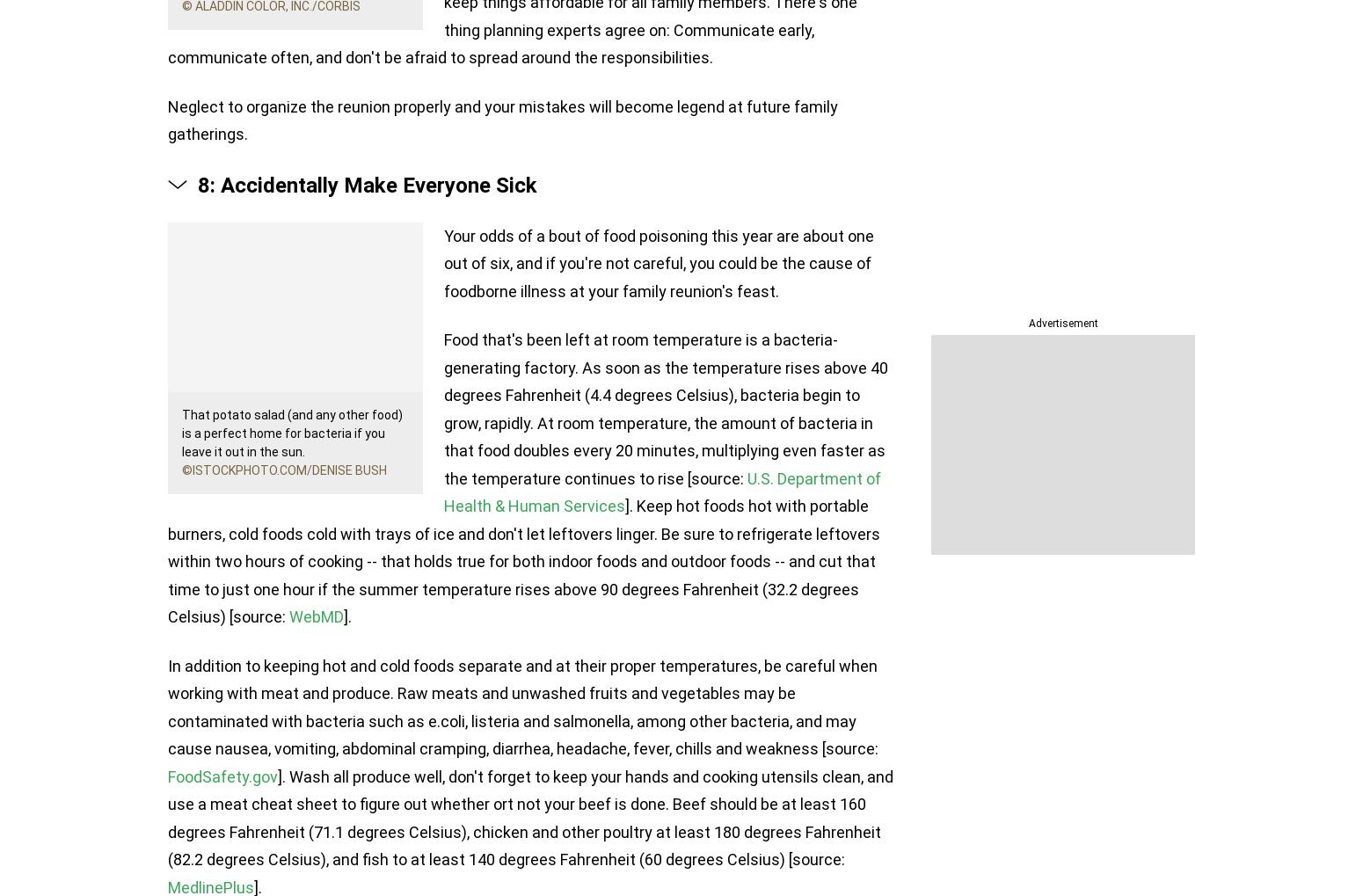  What do you see at coordinates (347, 616) in the screenshot?
I see `'].'` at bounding box center [347, 616].